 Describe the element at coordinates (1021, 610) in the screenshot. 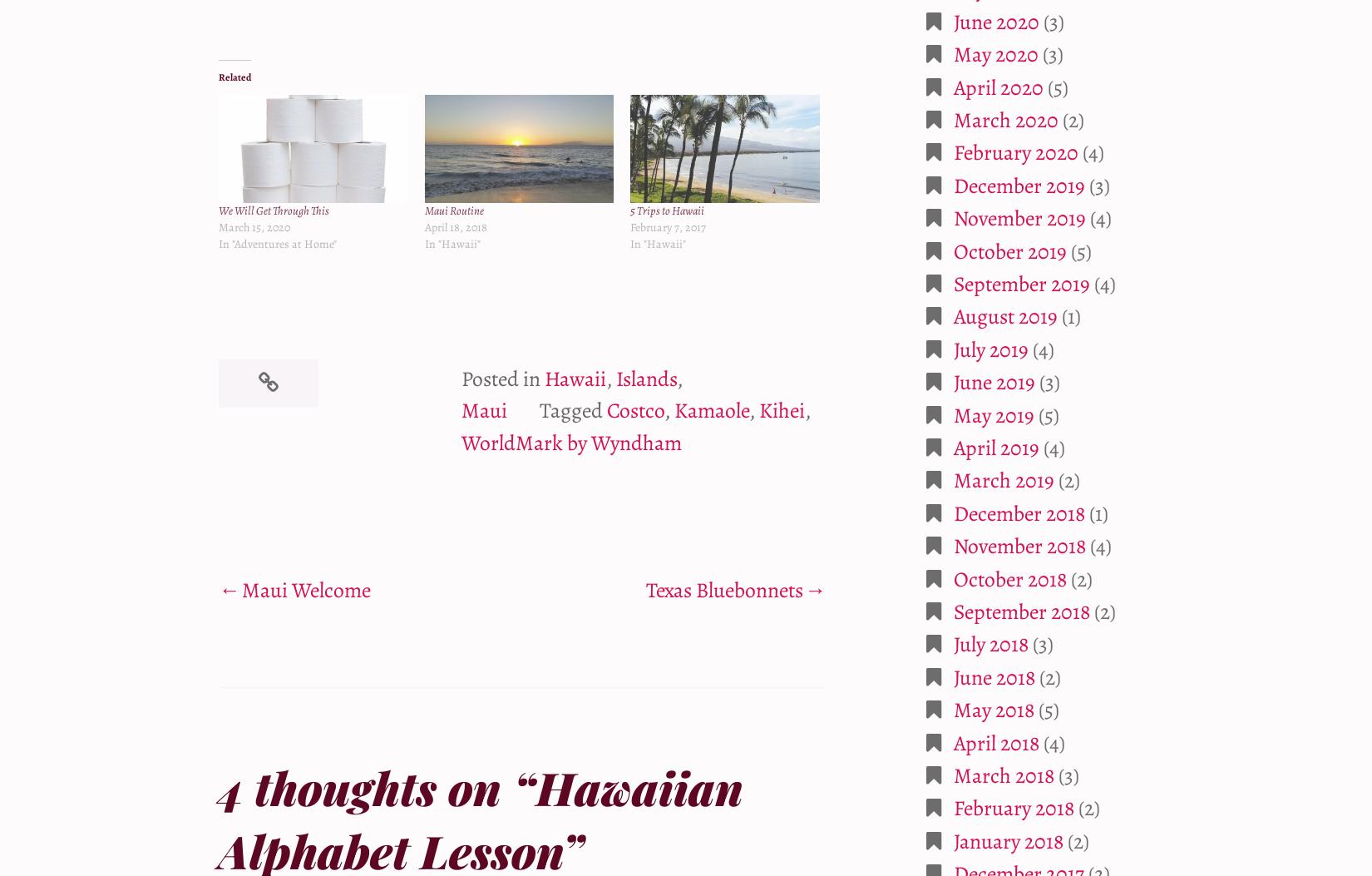

I see `'September 2018'` at that location.